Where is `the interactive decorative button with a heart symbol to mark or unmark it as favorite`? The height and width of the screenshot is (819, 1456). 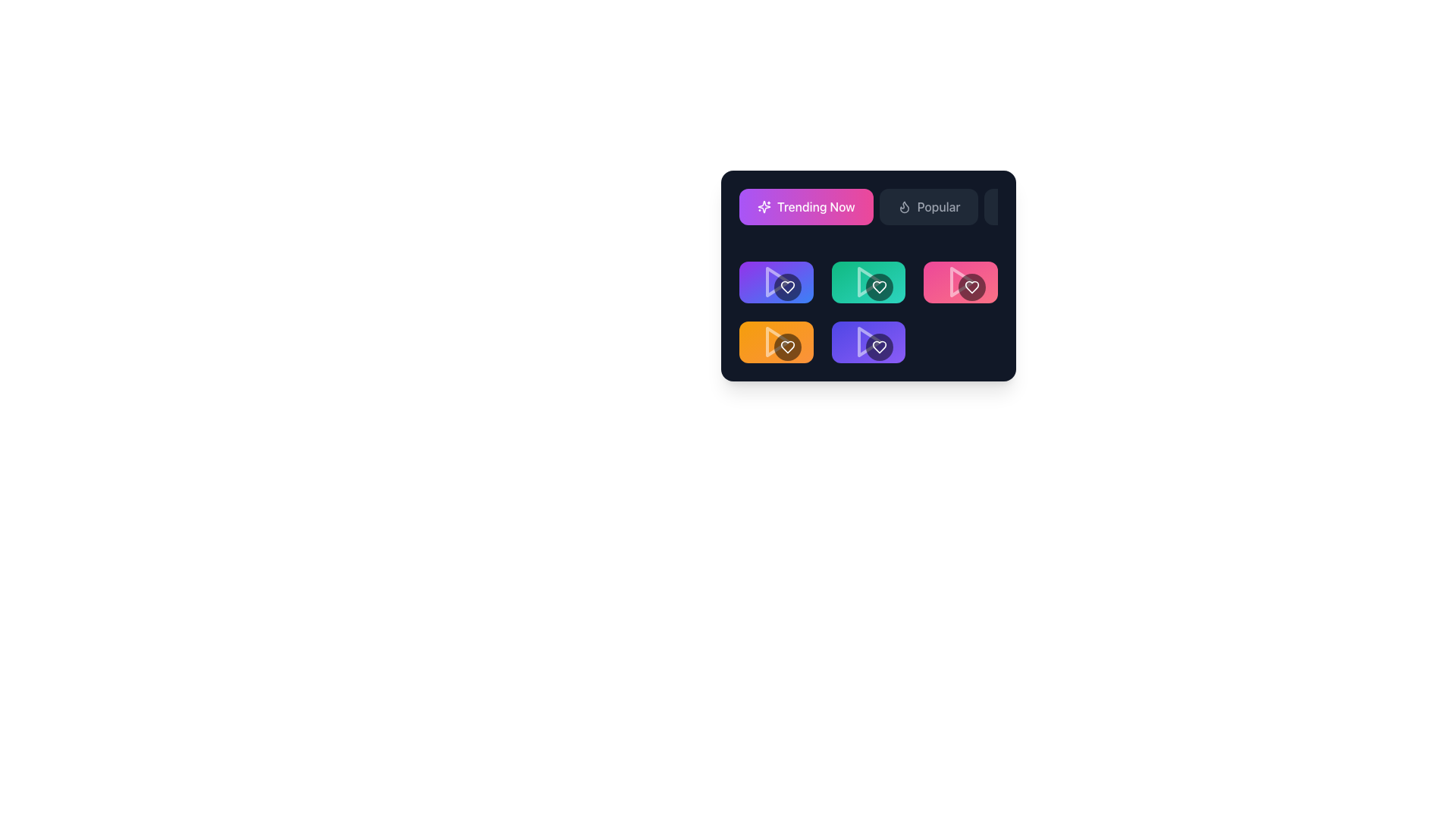
the interactive decorative button with a heart symbol to mark or unmark it as favorite is located at coordinates (787, 287).